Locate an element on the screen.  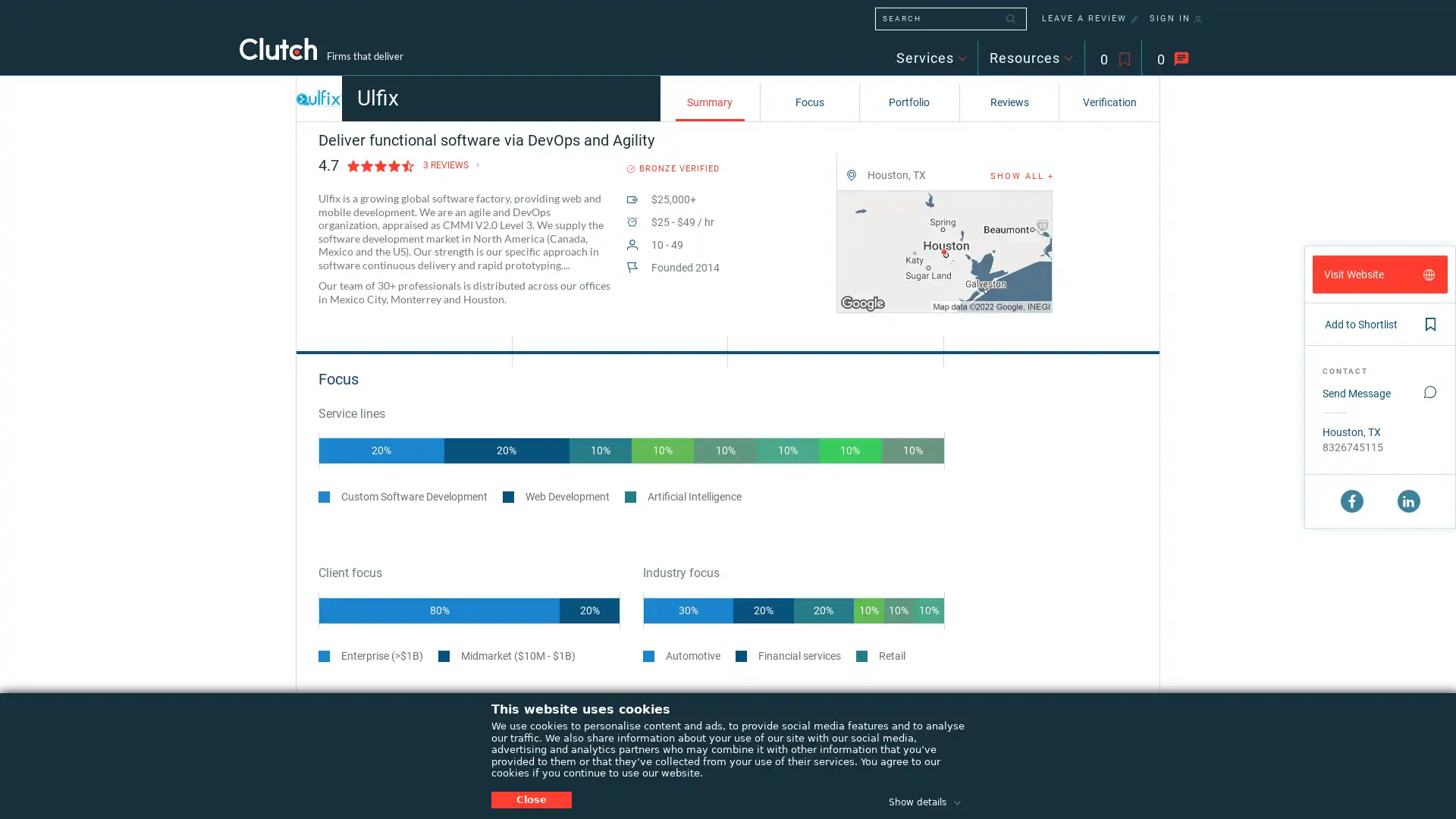
20% is located at coordinates (588, 609).